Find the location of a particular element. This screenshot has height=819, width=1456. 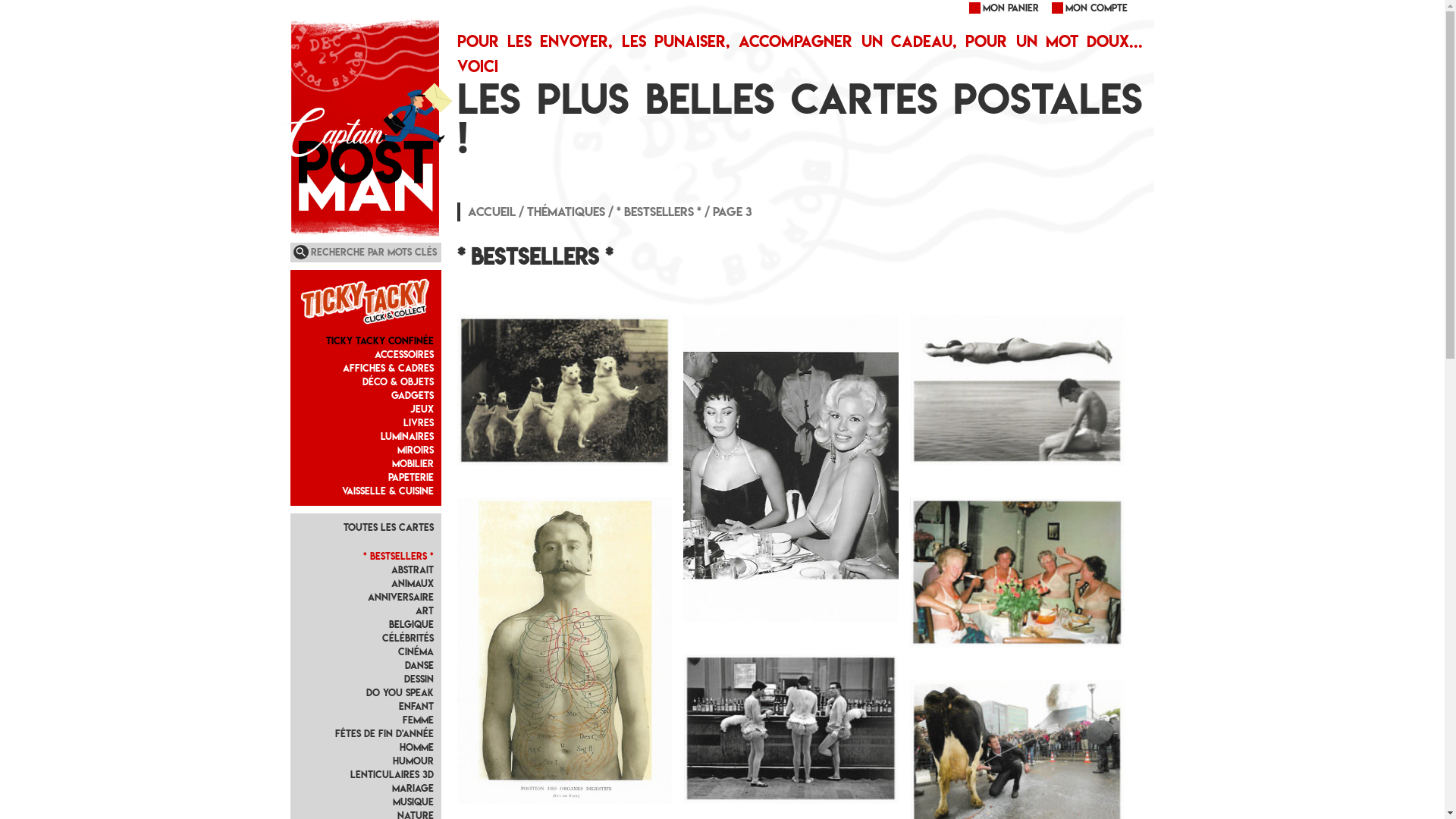

'Gadgets' is located at coordinates (412, 394).